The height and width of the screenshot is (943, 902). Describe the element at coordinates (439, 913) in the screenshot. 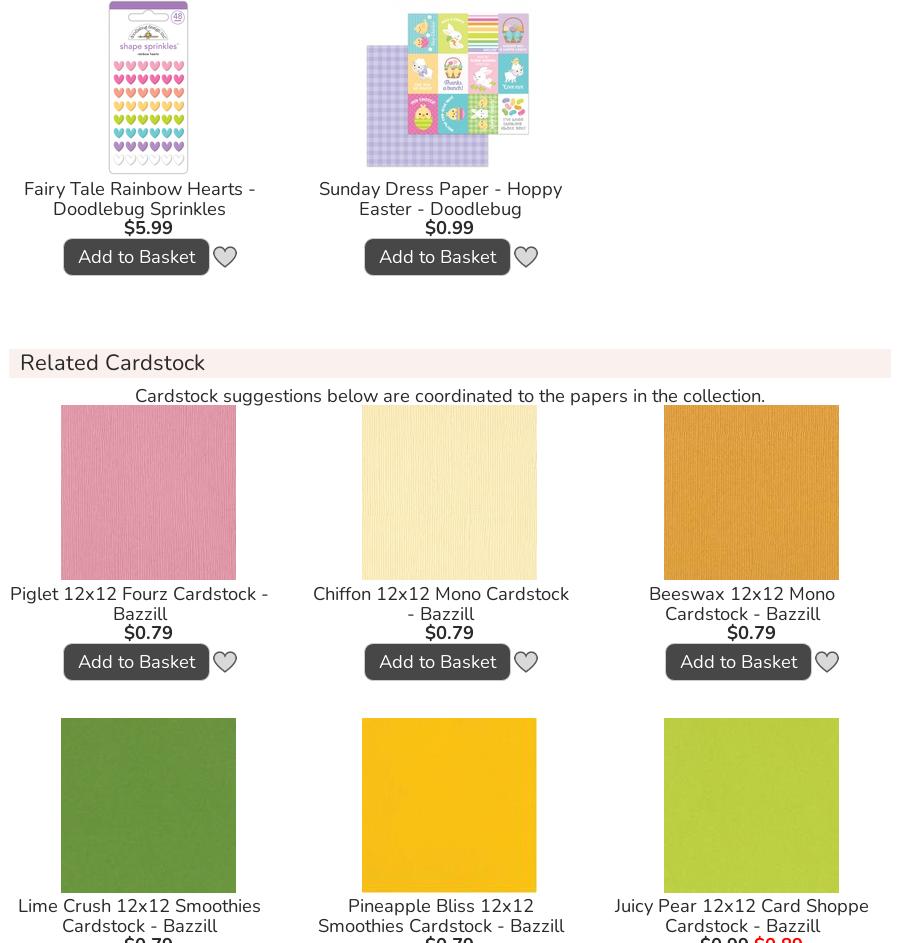

I see `'Pineapple Bliss 12x12 Smoothies Cardstock - Bazzill'` at that location.